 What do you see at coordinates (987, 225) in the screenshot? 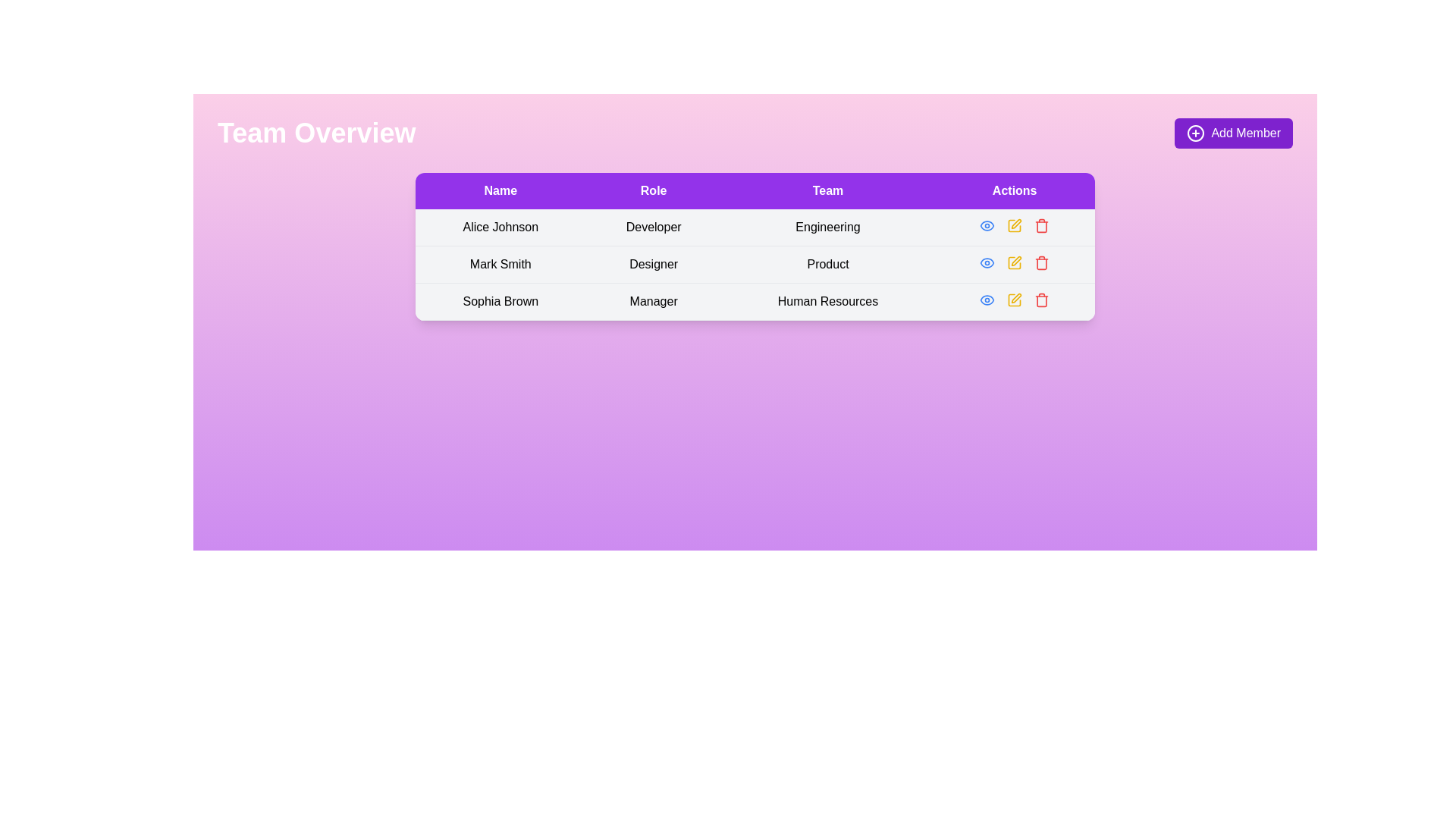
I see `the button in the 'Actions' column of the first row` at bounding box center [987, 225].